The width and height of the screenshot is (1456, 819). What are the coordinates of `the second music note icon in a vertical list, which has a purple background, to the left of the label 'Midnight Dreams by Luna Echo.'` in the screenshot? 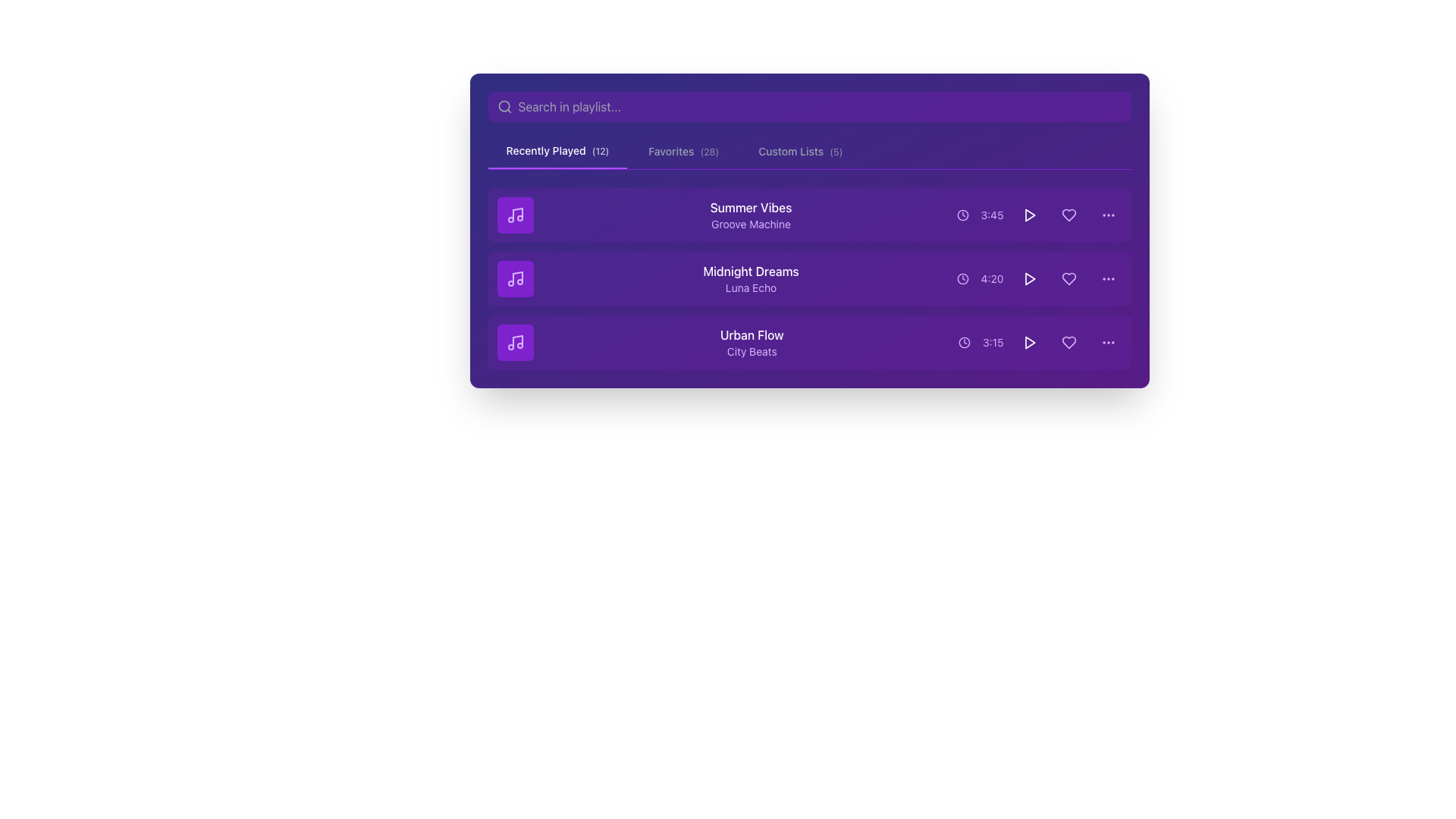 It's located at (515, 278).